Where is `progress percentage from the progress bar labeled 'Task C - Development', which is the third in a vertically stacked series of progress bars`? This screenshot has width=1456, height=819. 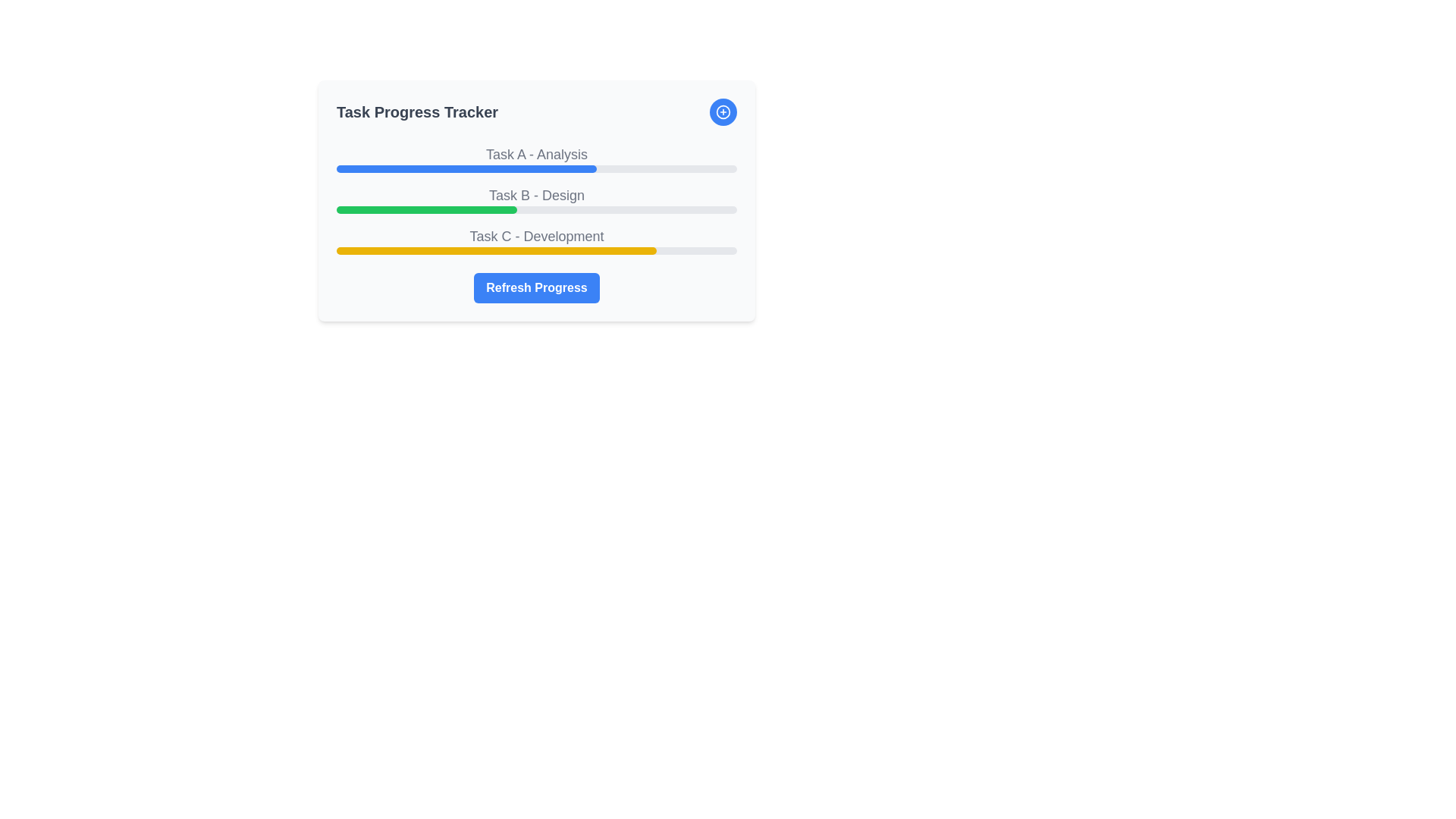 progress percentage from the progress bar labeled 'Task C - Development', which is the third in a vertically stacked series of progress bars is located at coordinates (537, 239).